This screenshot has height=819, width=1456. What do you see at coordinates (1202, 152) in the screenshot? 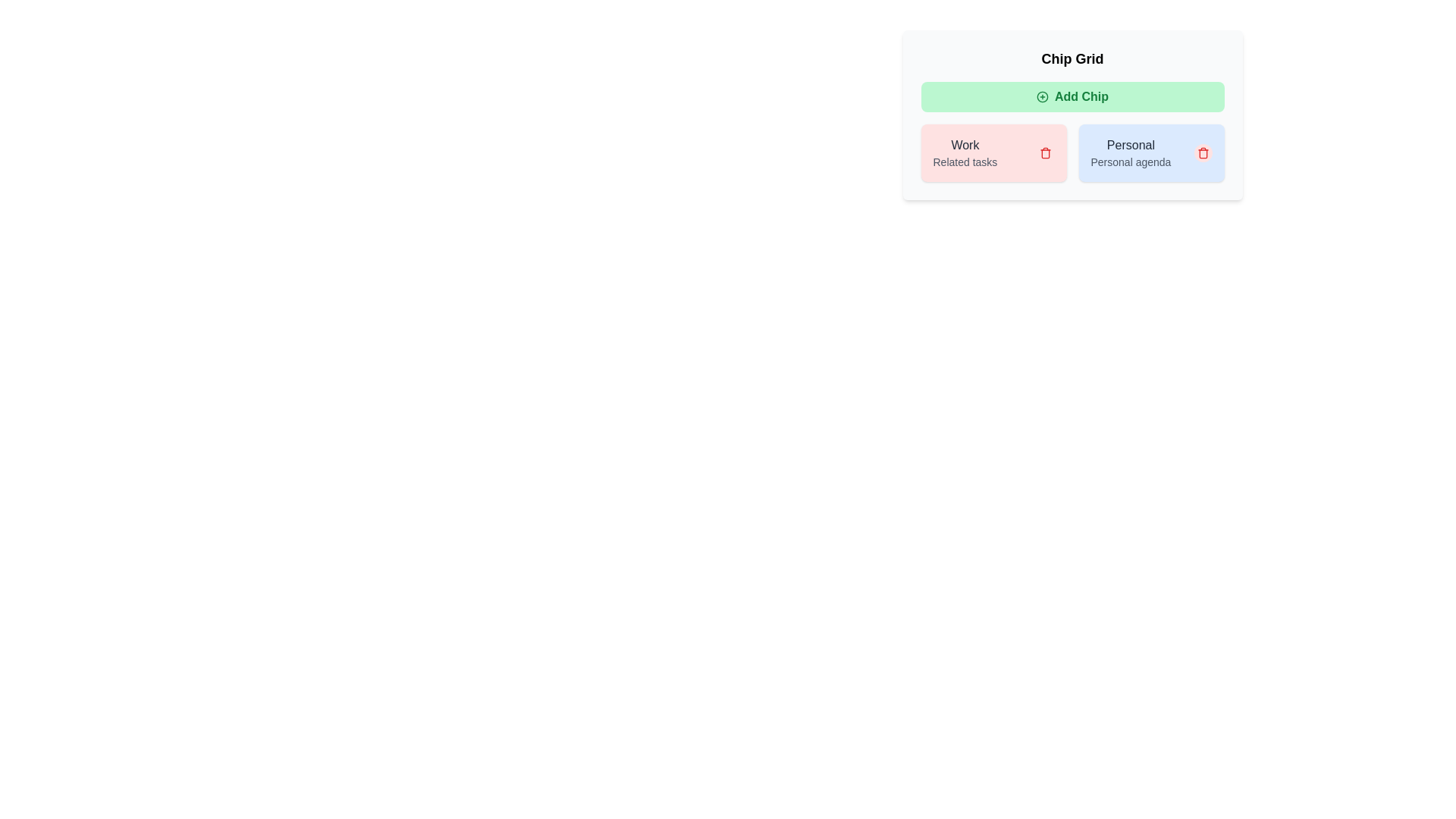
I see `the chip labeled Personal from the grid` at bounding box center [1202, 152].